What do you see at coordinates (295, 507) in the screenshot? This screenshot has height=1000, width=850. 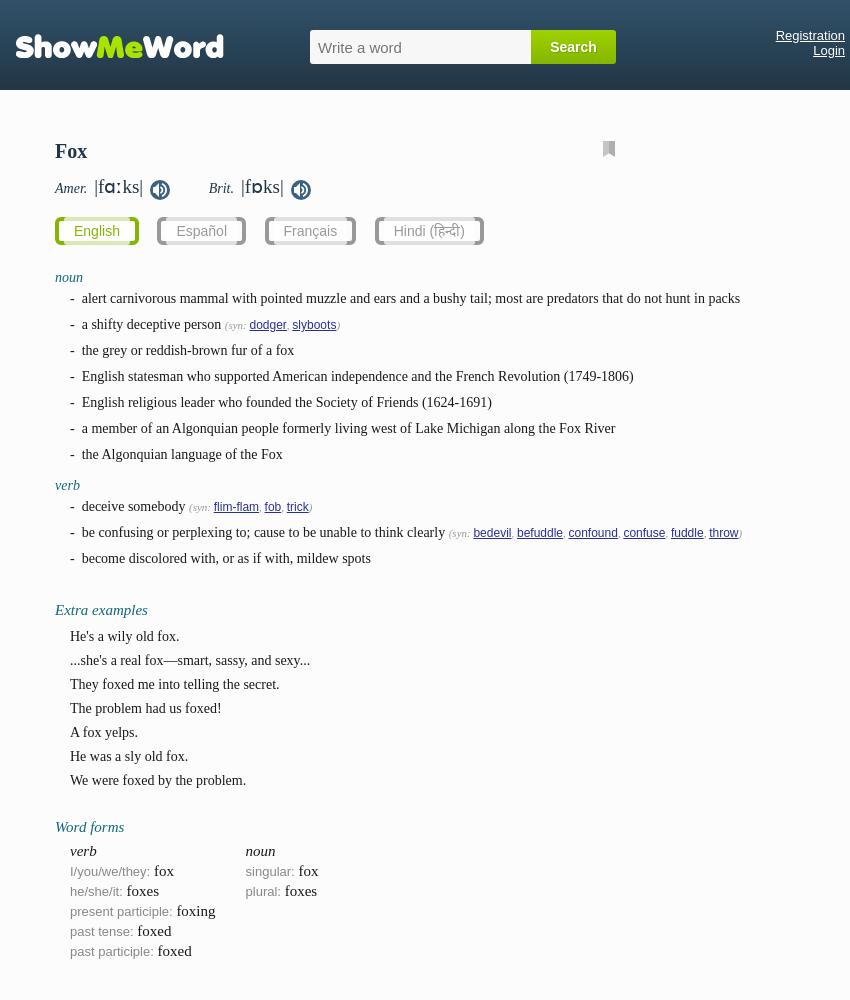 I see `'trick'` at bounding box center [295, 507].